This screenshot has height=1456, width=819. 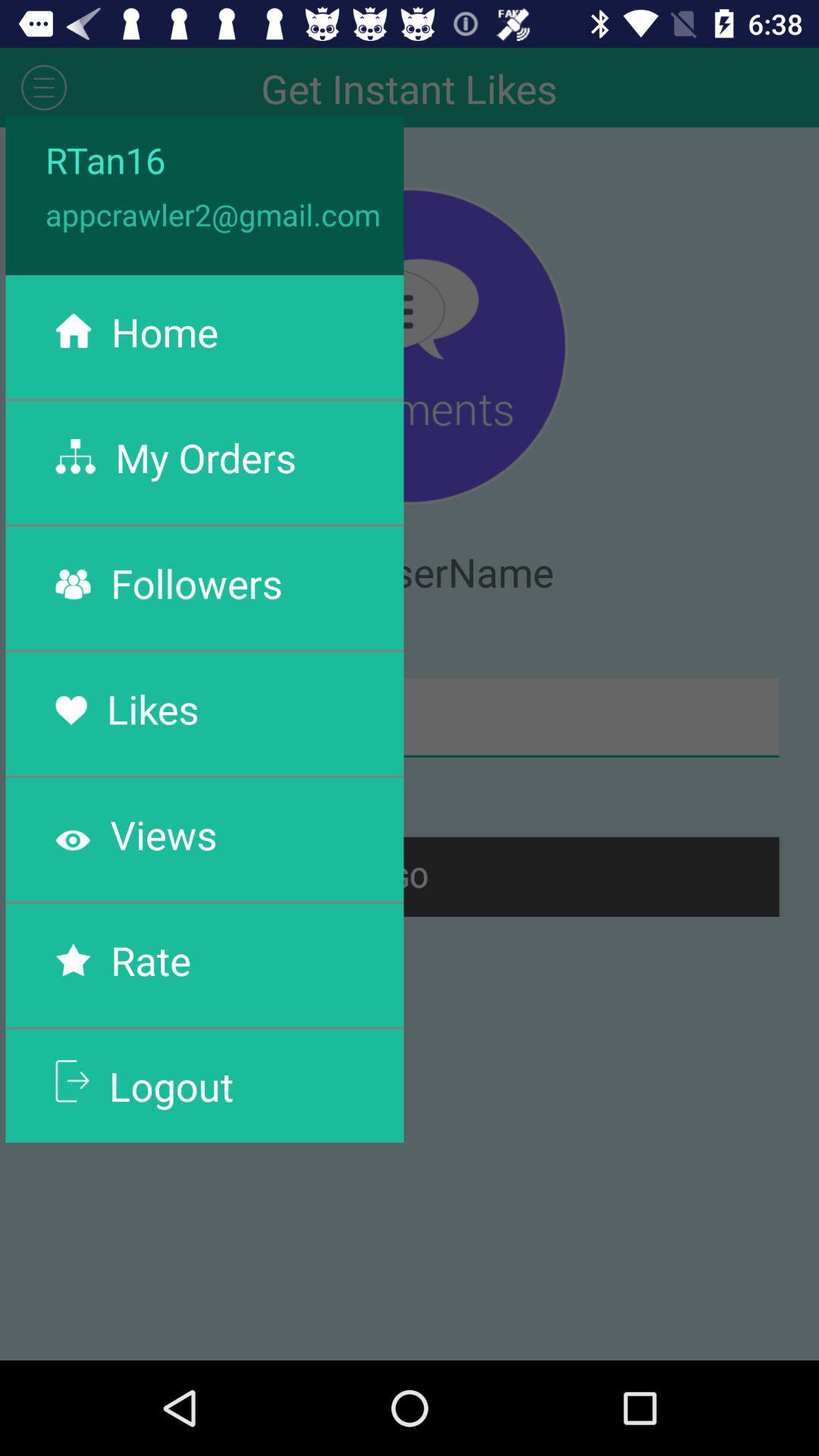 What do you see at coordinates (206, 457) in the screenshot?
I see `the my orders` at bounding box center [206, 457].